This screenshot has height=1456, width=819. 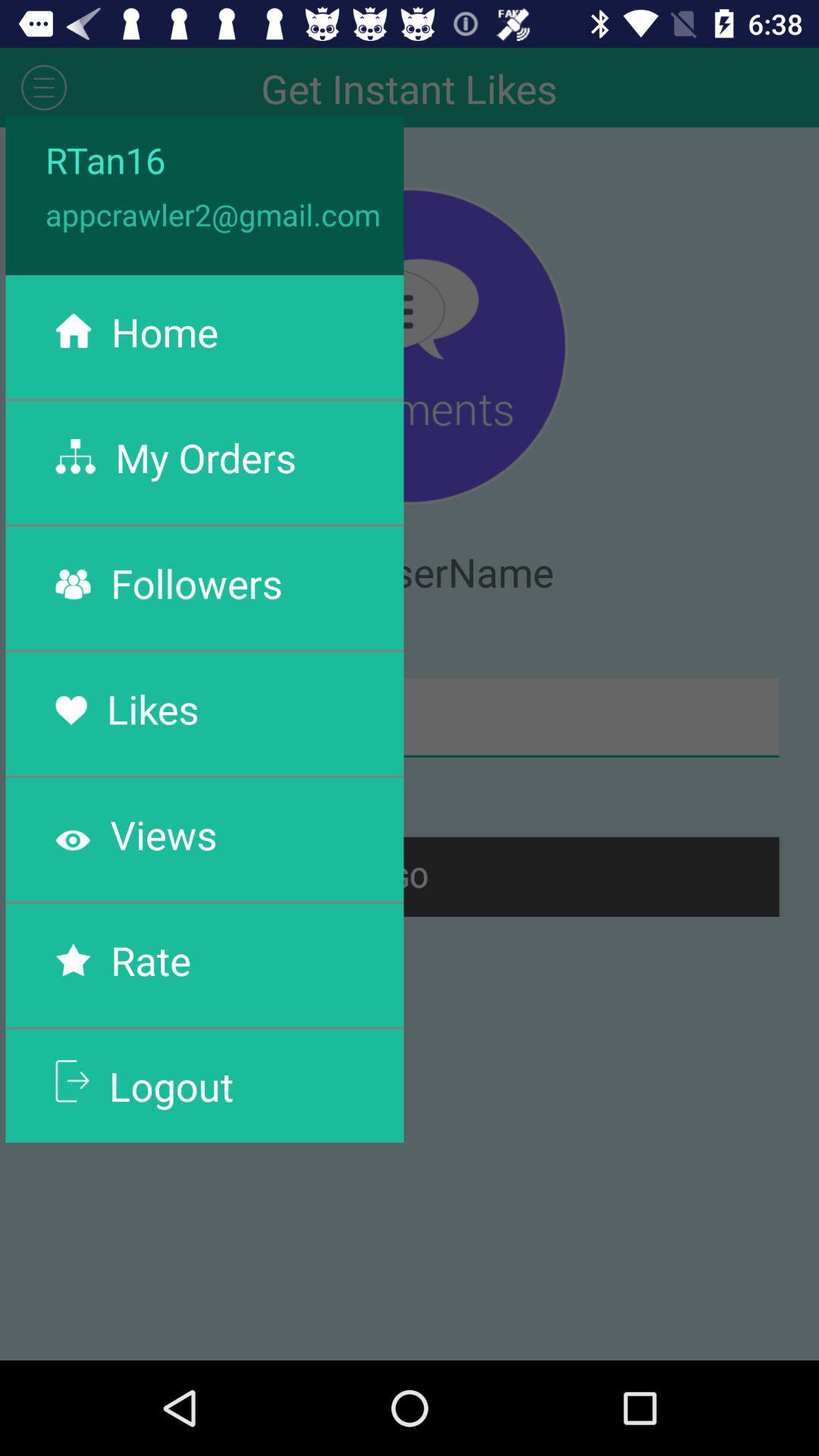 What do you see at coordinates (206, 457) in the screenshot?
I see `the my orders` at bounding box center [206, 457].